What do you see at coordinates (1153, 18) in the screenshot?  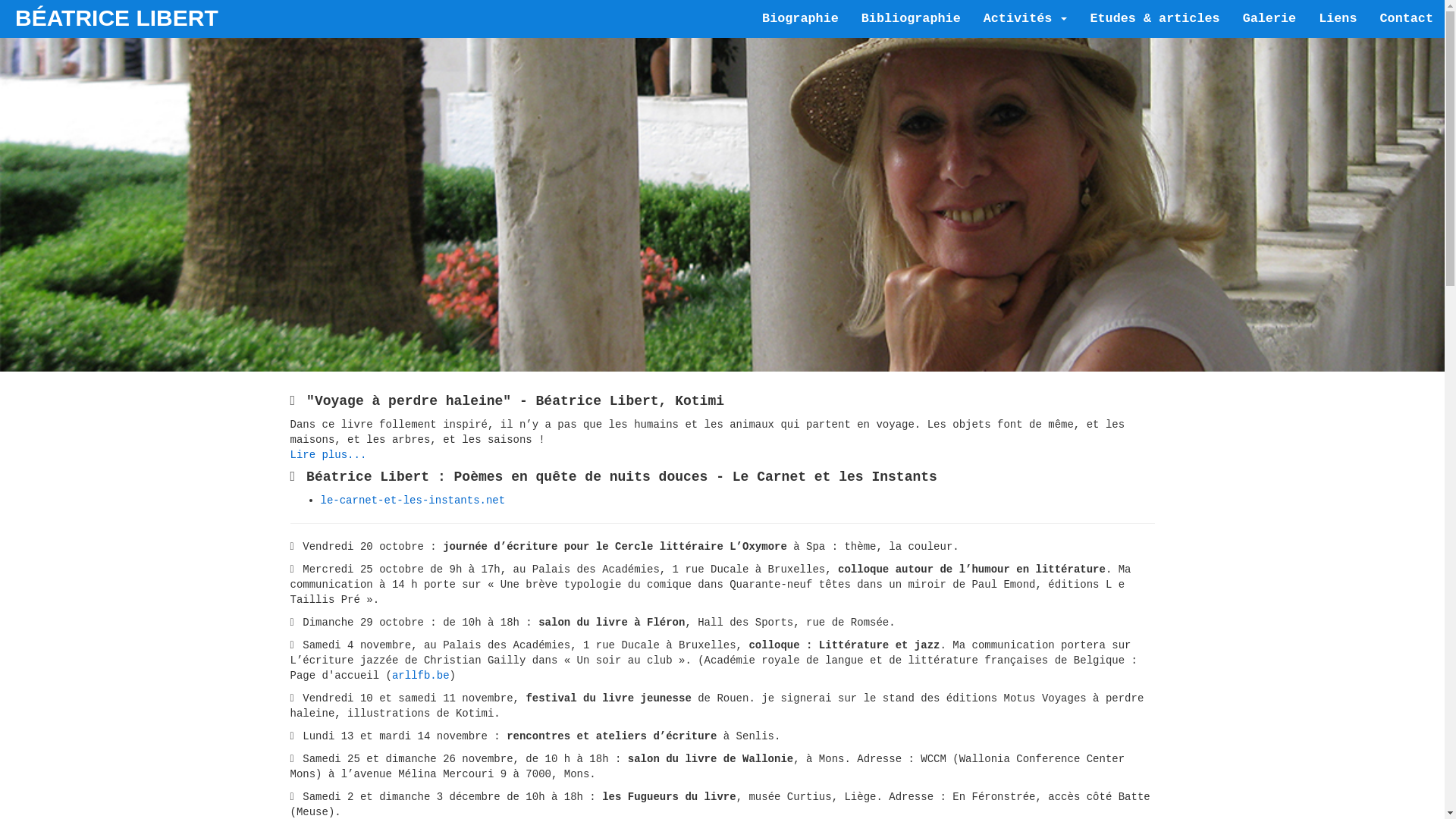 I see `'Etudes & articles'` at bounding box center [1153, 18].